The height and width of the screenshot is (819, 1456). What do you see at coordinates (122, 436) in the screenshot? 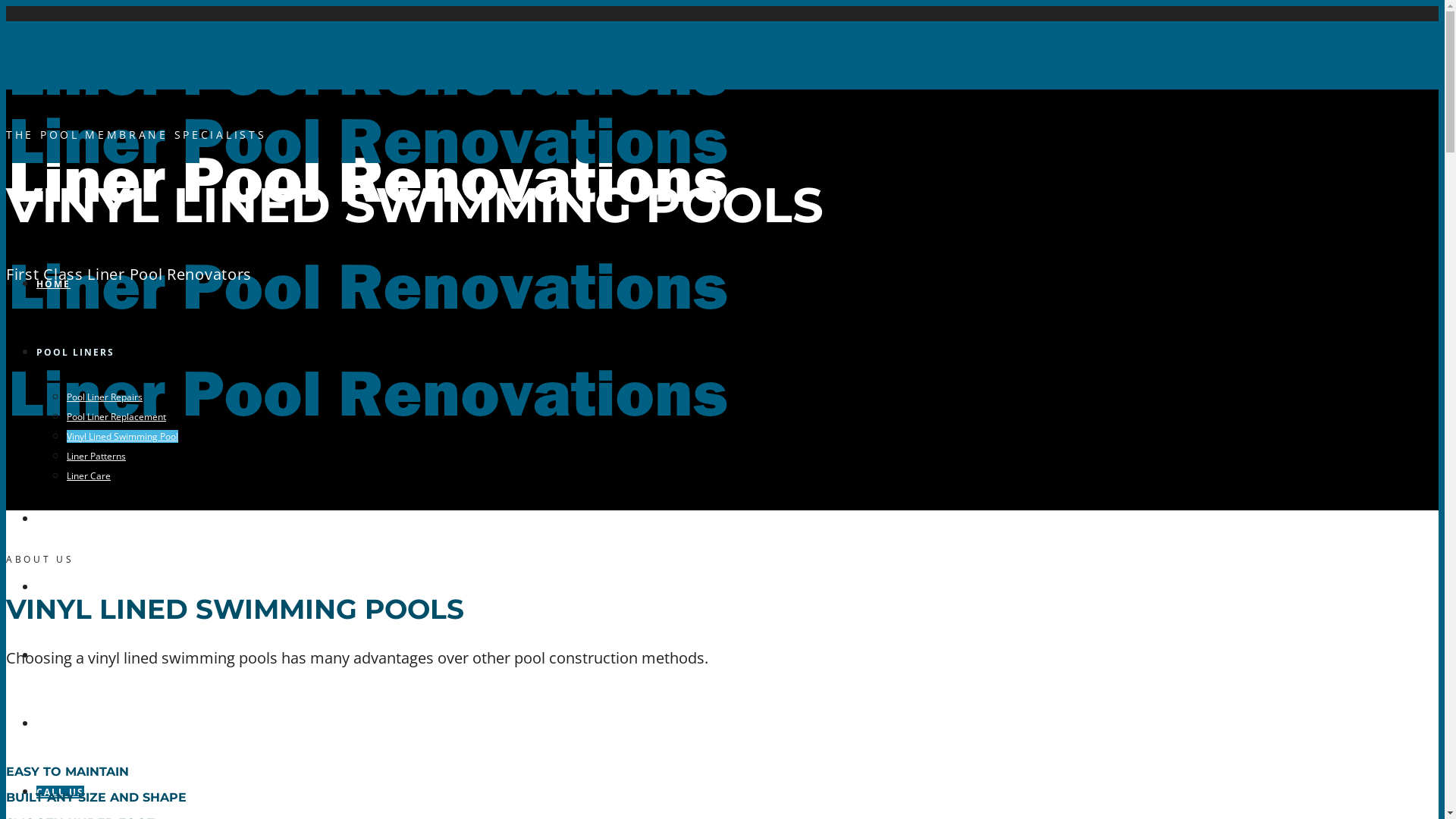
I see `'Vinyl Lined Swimming Pool'` at bounding box center [122, 436].